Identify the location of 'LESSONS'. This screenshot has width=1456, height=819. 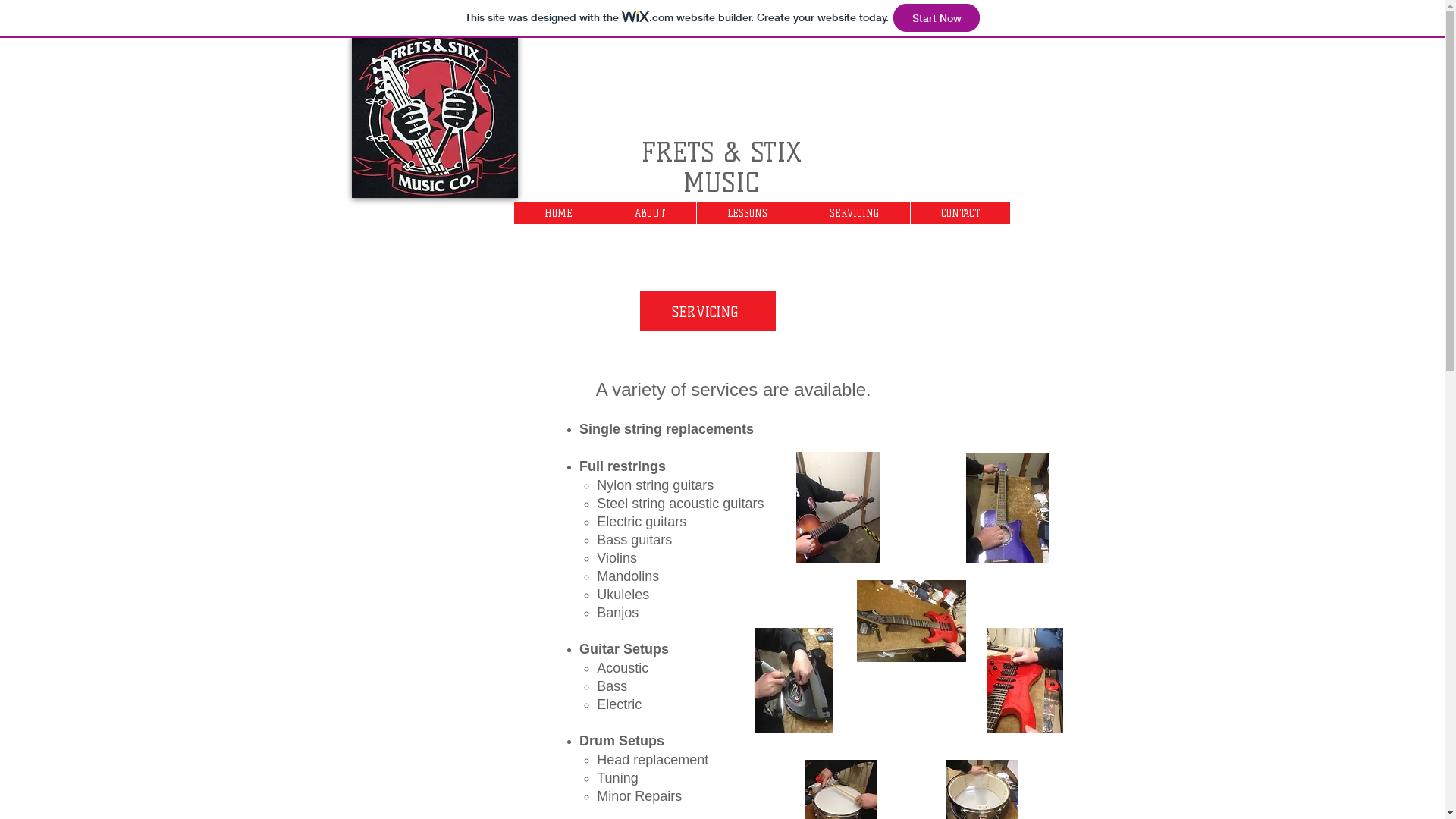
(747, 213).